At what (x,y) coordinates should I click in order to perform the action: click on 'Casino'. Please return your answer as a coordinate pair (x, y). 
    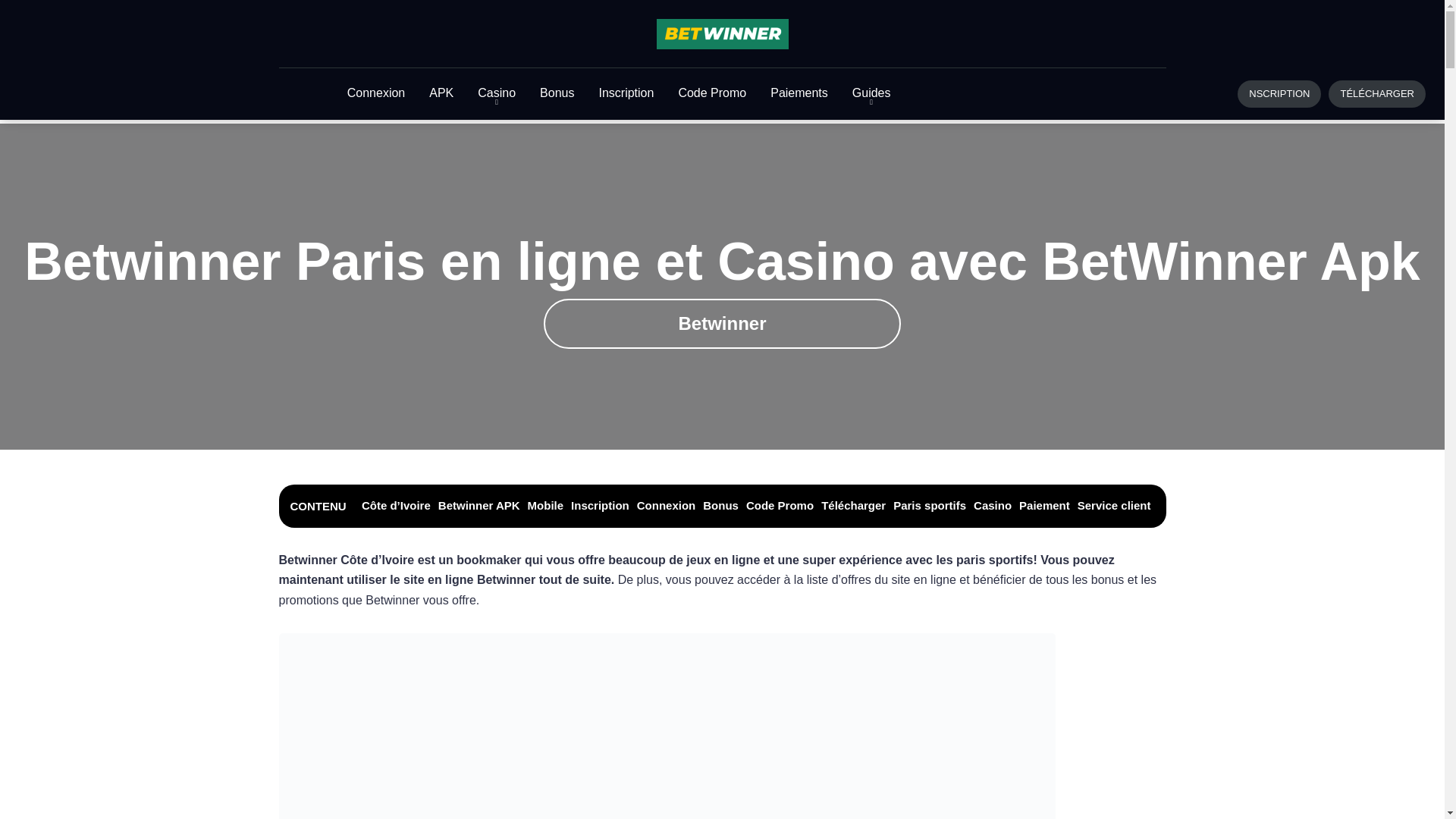
    Looking at the image, I should click on (993, 505).